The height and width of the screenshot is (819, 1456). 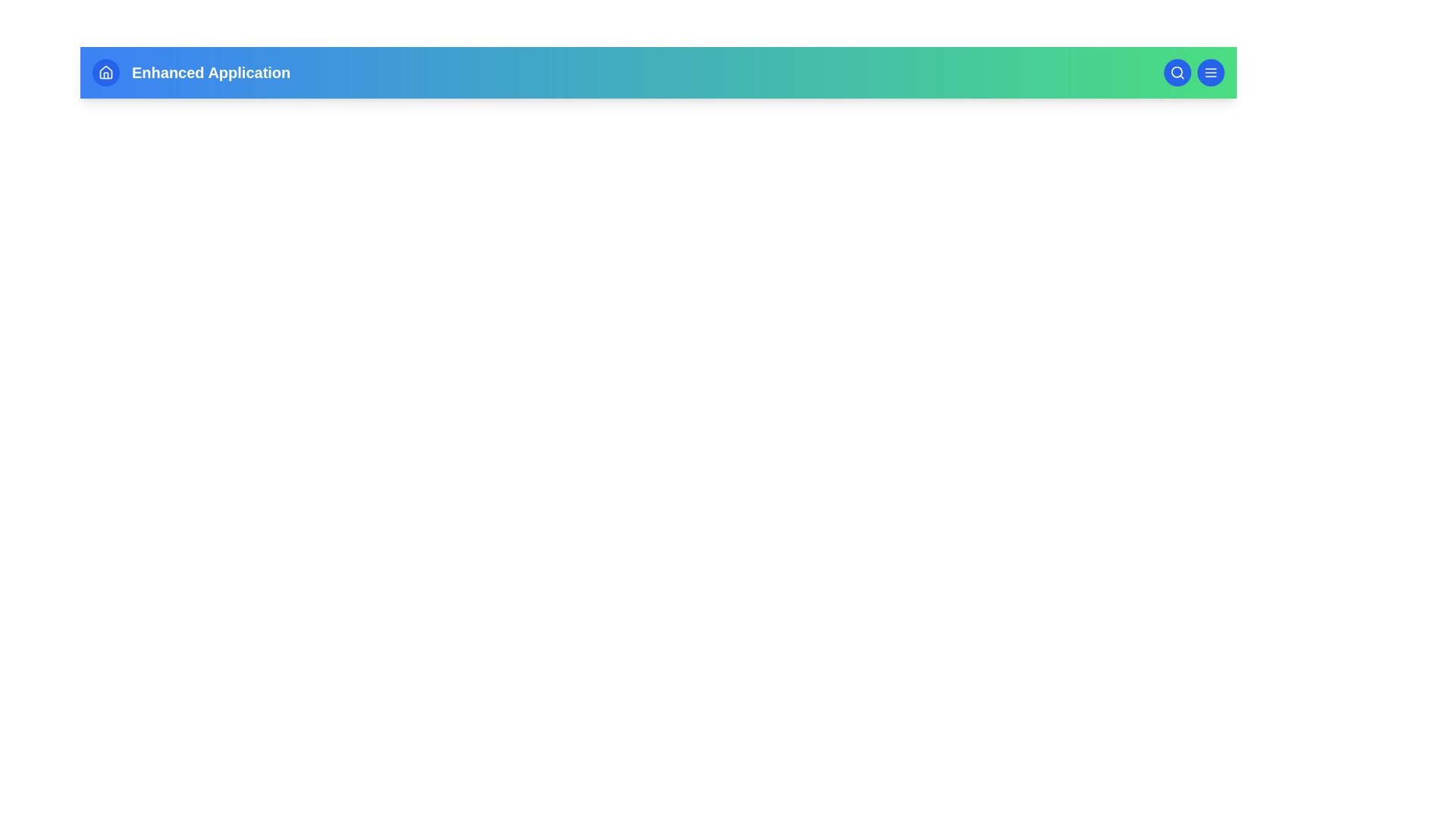 What do you see at coordinates (1177, 73) in the screenshot?
I see `the search initiation button located near the top right corner of the interface to initiate a search` at bounding box center [1177, 73].